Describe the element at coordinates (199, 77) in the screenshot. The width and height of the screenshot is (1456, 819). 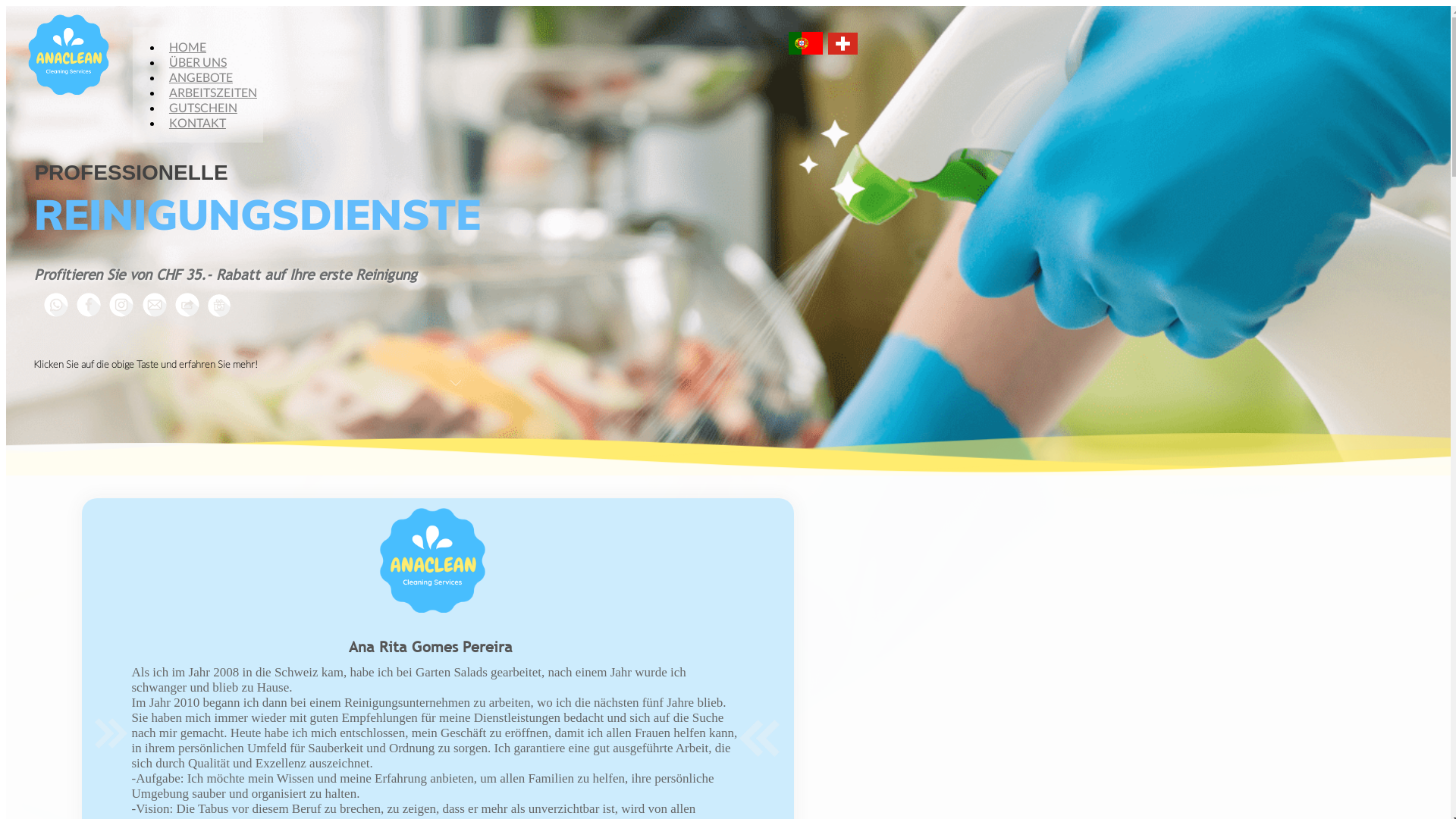
I see `'ANGEBOTE'` at that location.